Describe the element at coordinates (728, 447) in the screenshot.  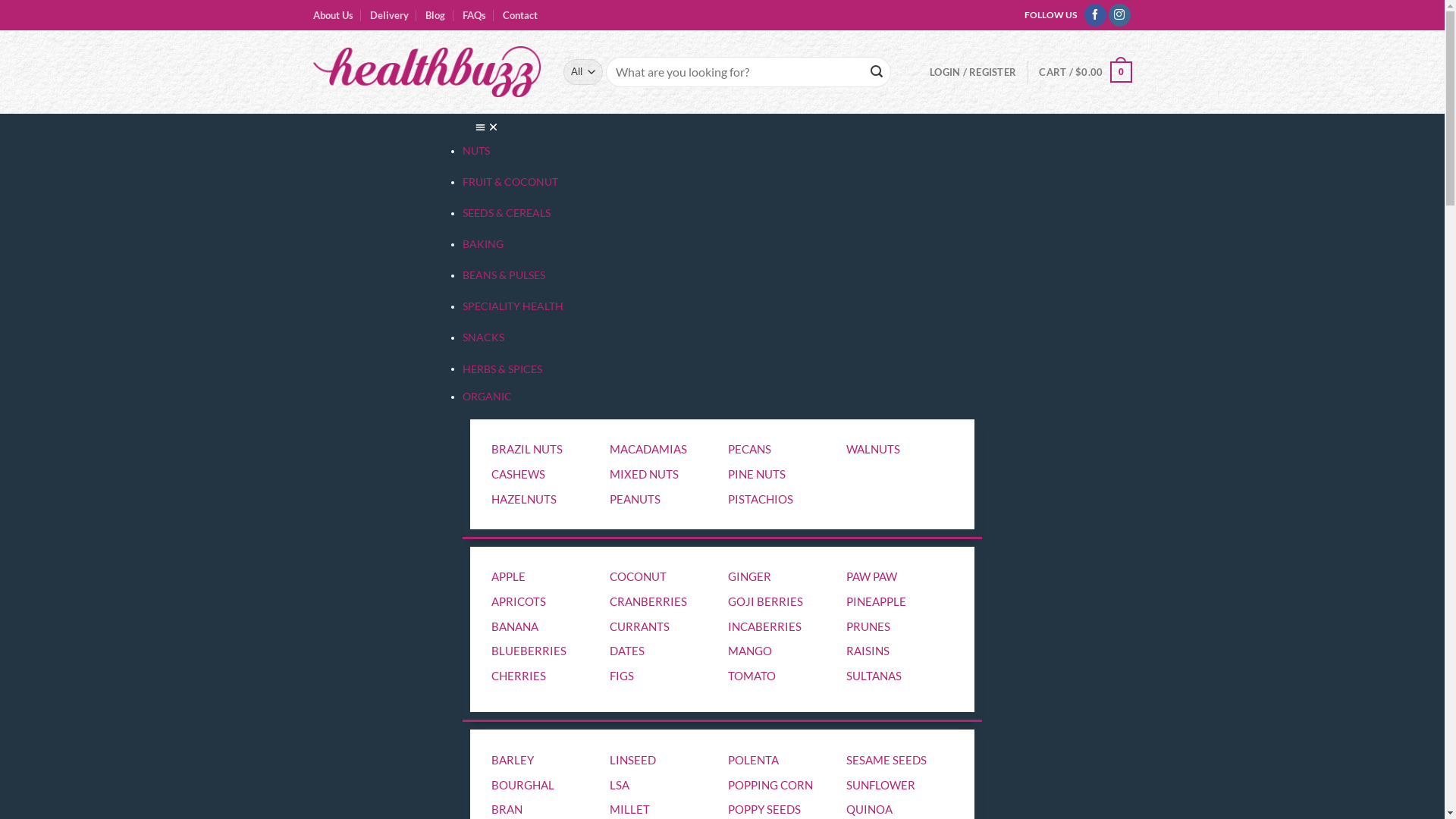
I see `'PECANS'` at that location.